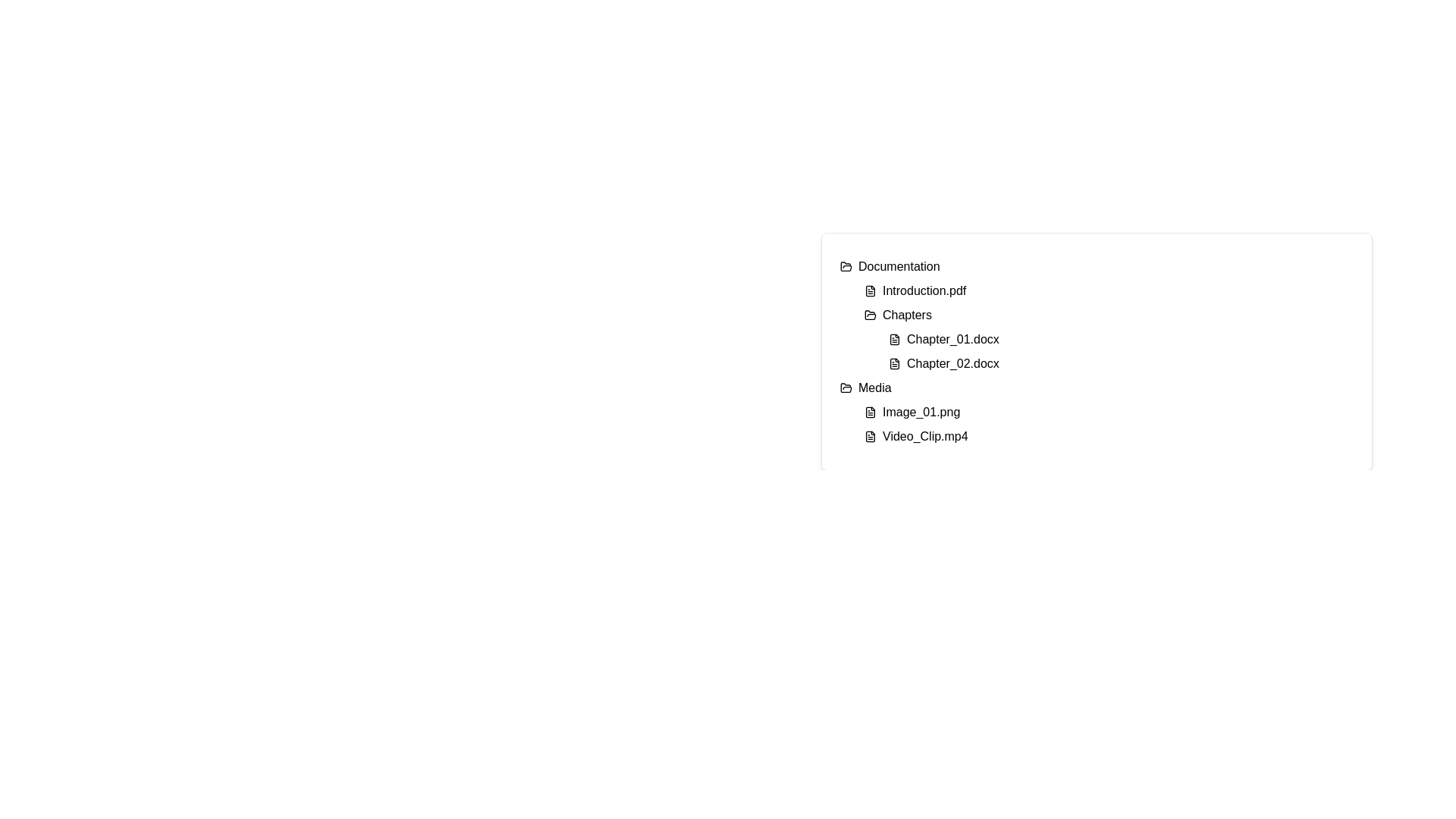 The width and height of the screenshot is (1456, 819). Describe the element at coordinates (895, 363) in the screenshot. I see `the file icon representing 'Chapter_02.docx', which is styled with an outline design and positioned to the left of the text` at that location.